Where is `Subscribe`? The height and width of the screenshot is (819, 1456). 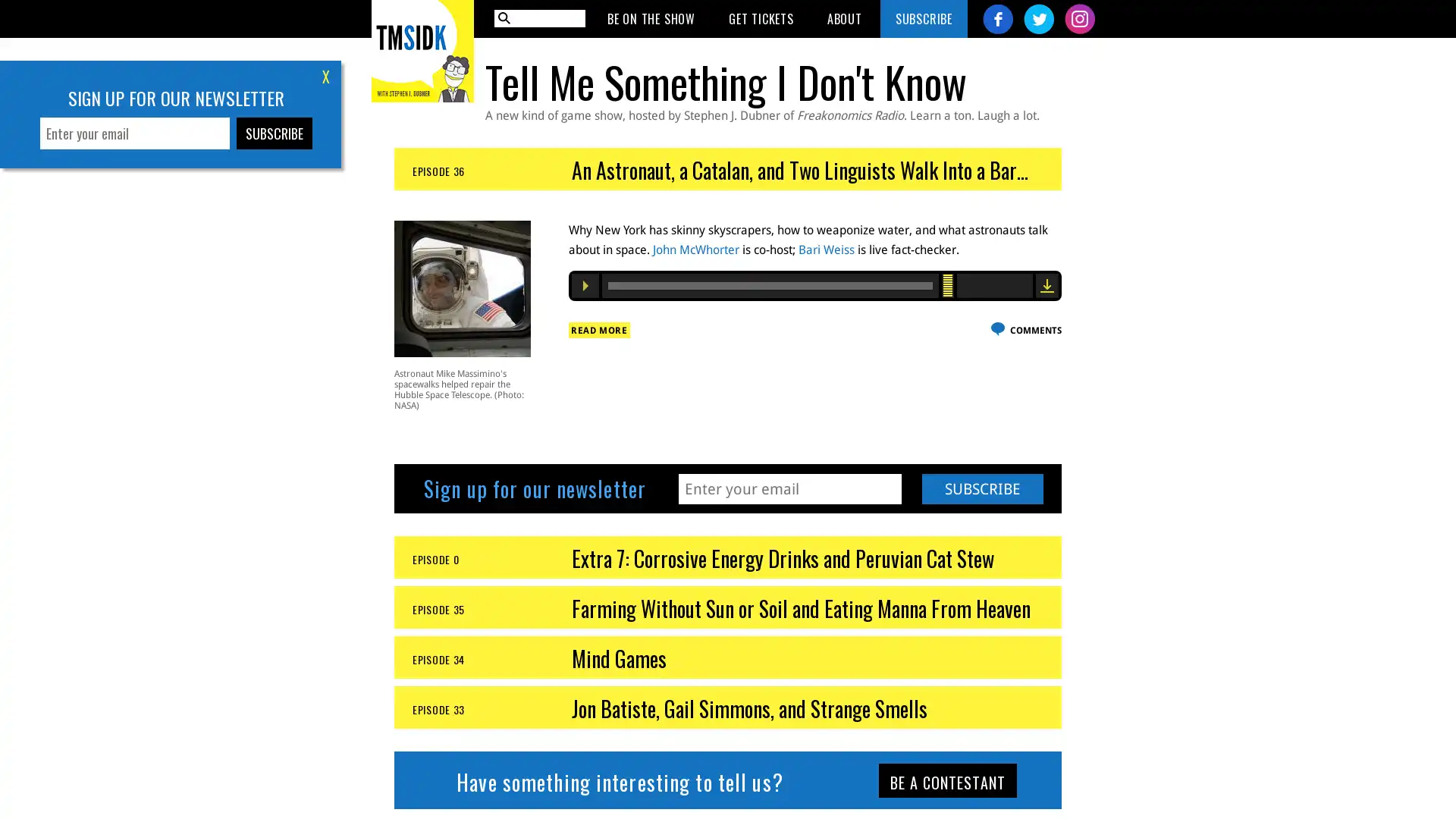
Subscribe is located at coordinates (983, 488).